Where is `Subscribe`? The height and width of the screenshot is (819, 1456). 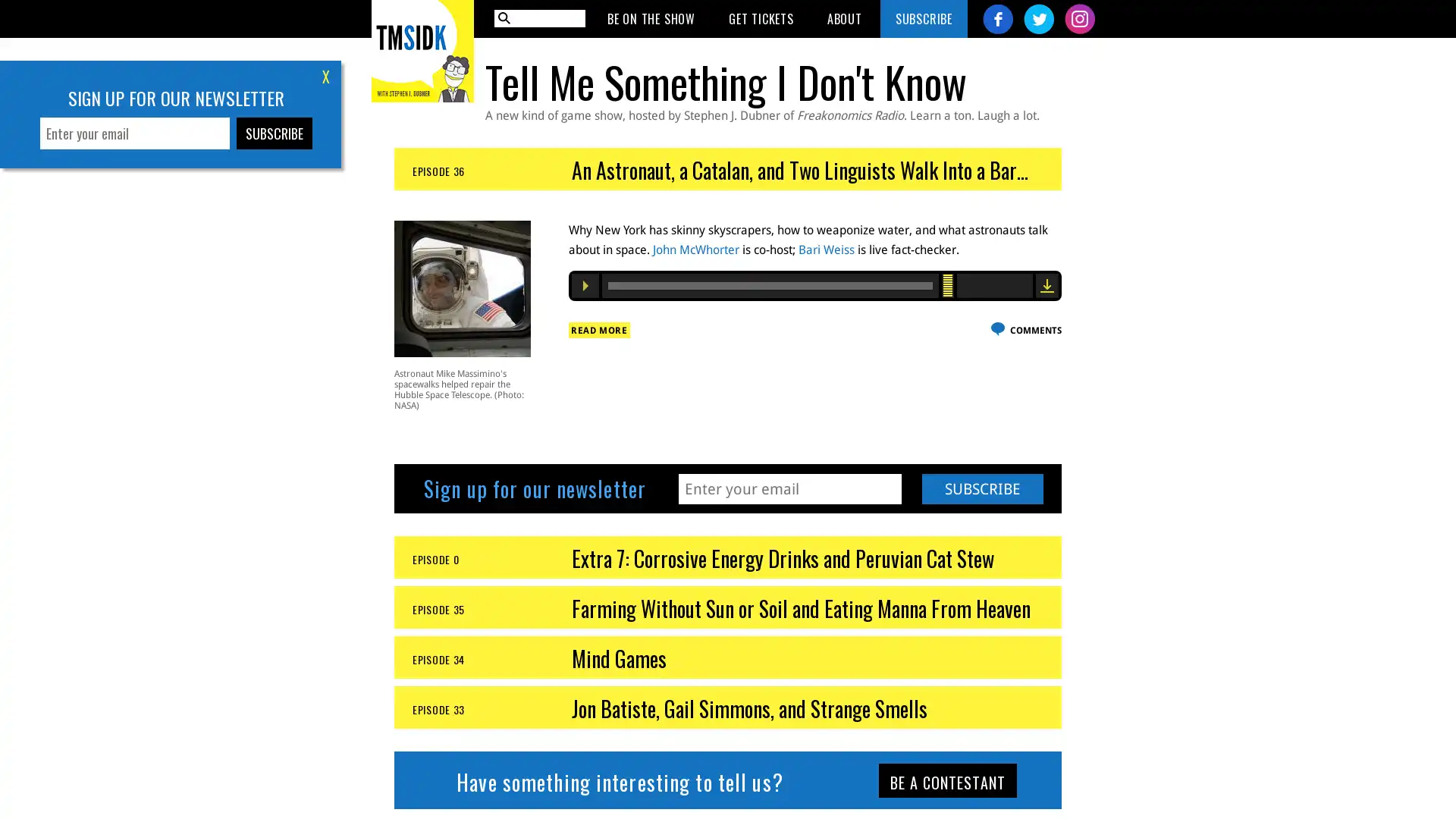
Subscribe is located at coordinates (983, 488).